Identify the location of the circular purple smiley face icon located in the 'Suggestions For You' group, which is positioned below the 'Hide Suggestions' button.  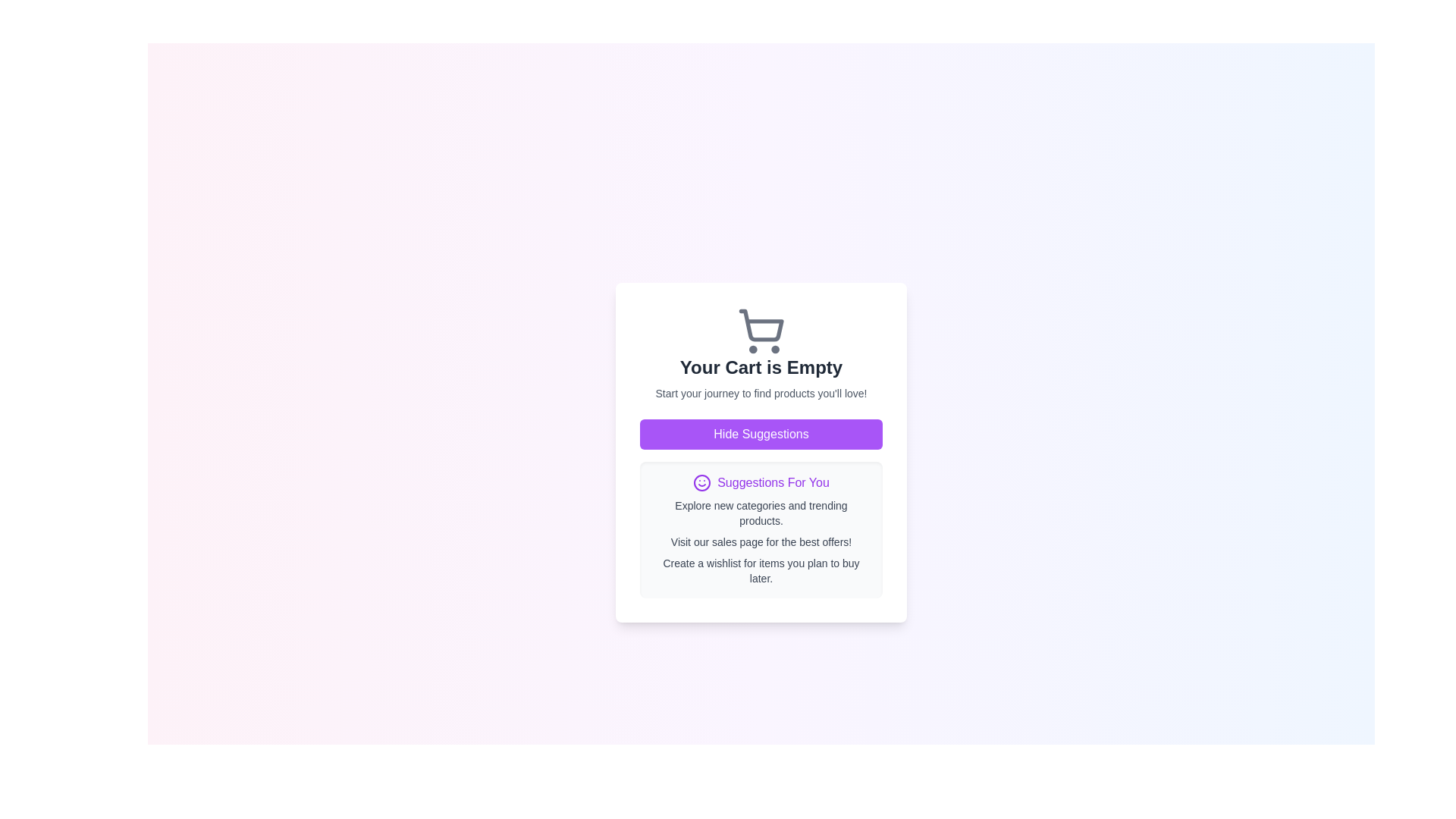
(701, 482).